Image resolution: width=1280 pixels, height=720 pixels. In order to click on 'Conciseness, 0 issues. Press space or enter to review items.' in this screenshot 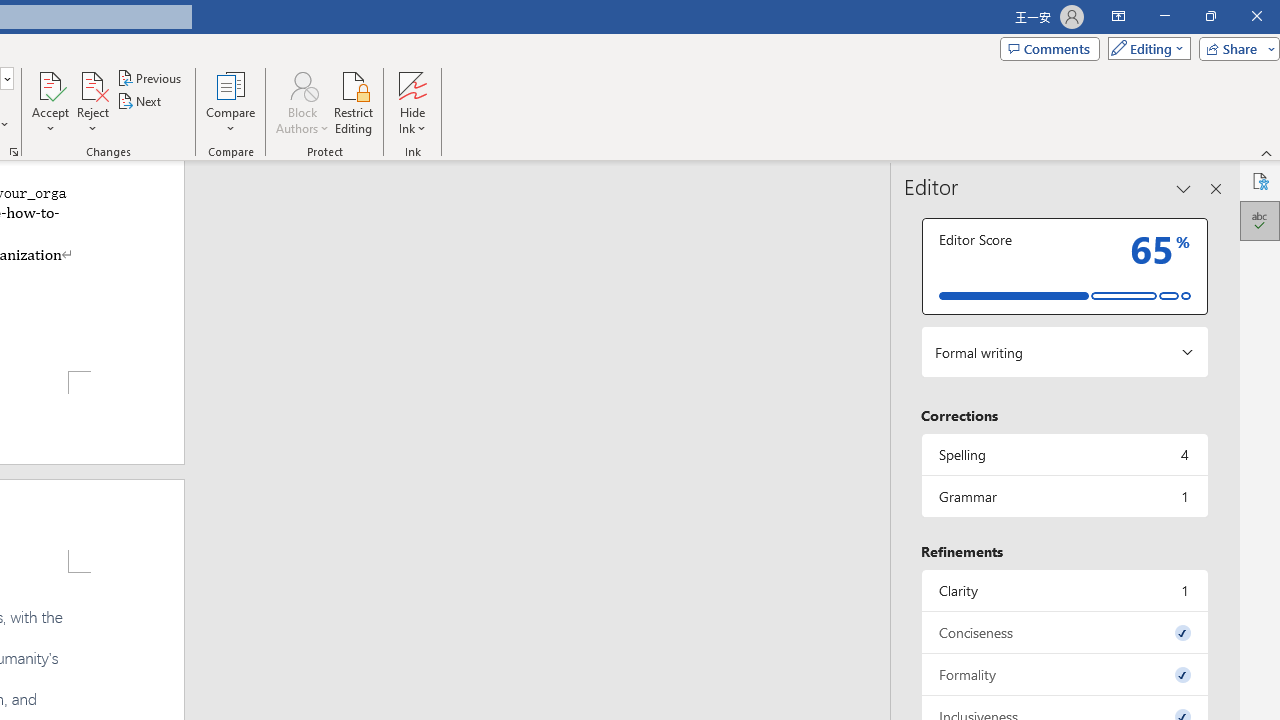, I will do `click(1063, 632)`.